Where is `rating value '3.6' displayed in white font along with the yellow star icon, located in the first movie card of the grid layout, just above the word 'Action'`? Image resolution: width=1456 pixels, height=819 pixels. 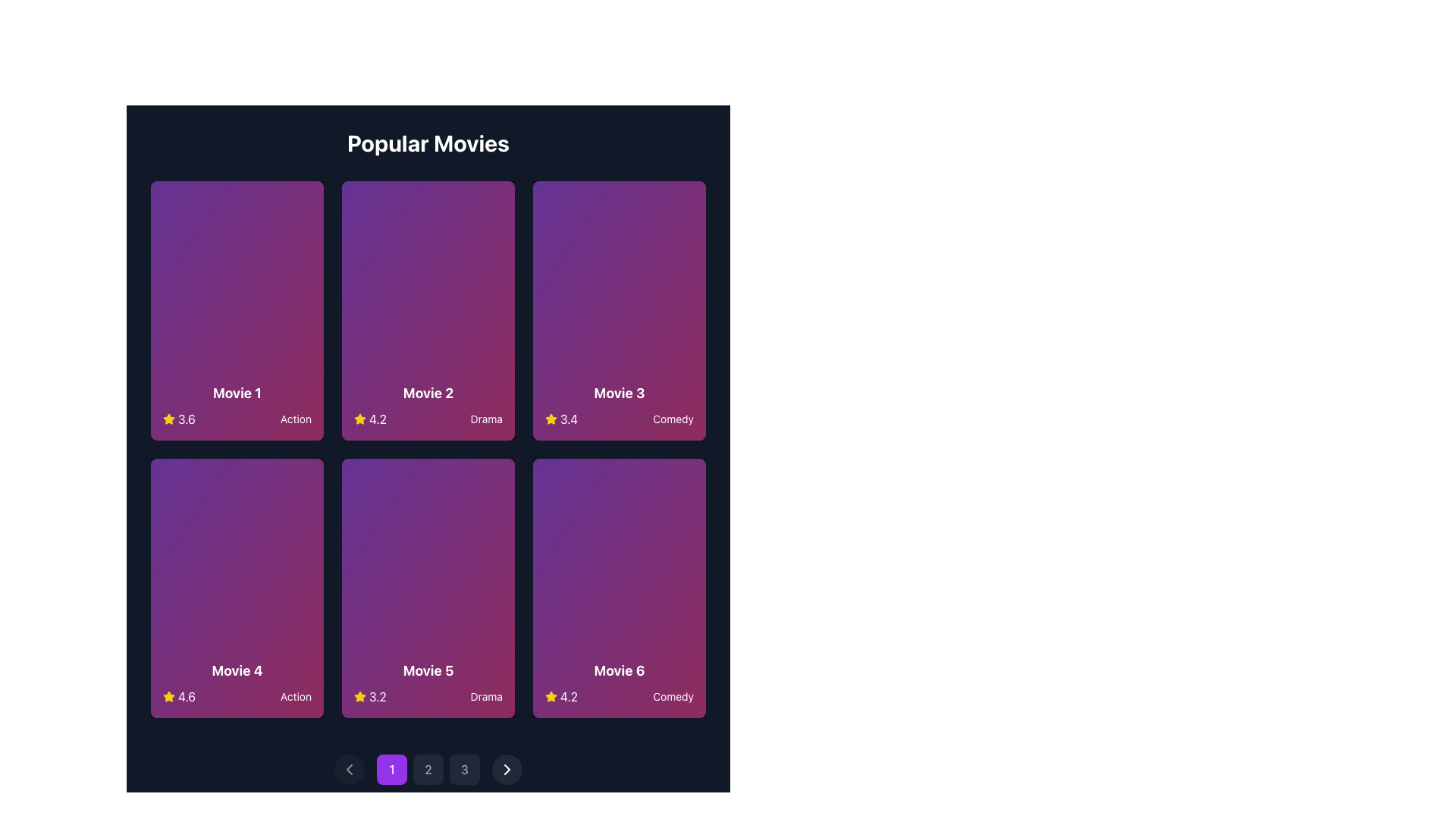 rating value '3.6' displayed in white font along with the yellow star icon, located in the first movie card of the grid layout, just above the word 'Action' is located at coordinates (179, 419).